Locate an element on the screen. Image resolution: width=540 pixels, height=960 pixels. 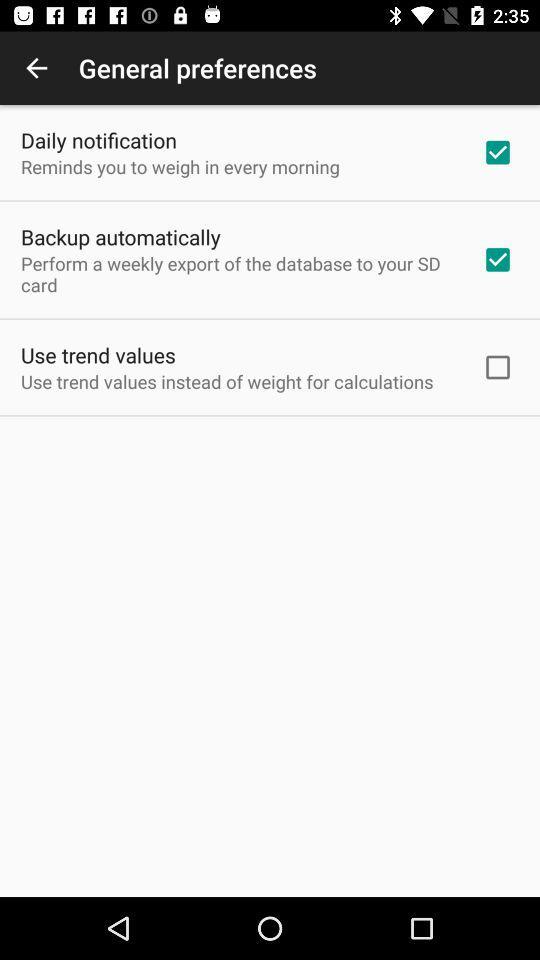
the icon above perform a weekly app is located at coordinates (120, 237).